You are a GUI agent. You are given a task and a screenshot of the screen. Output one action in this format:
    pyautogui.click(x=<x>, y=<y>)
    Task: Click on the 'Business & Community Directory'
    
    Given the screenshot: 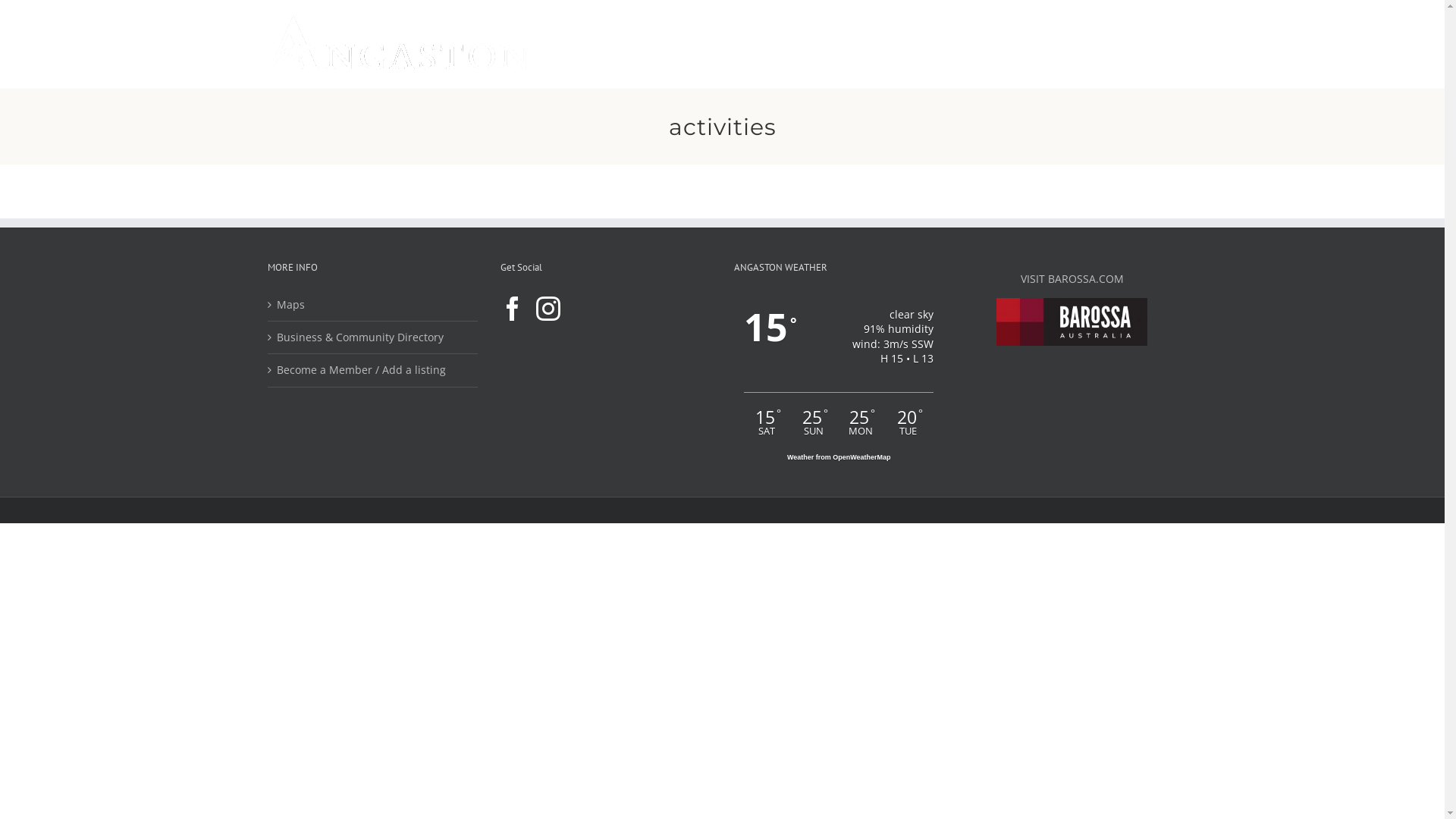 What is the action you would take?
    pyautogui.click(x=372, y=336)
    